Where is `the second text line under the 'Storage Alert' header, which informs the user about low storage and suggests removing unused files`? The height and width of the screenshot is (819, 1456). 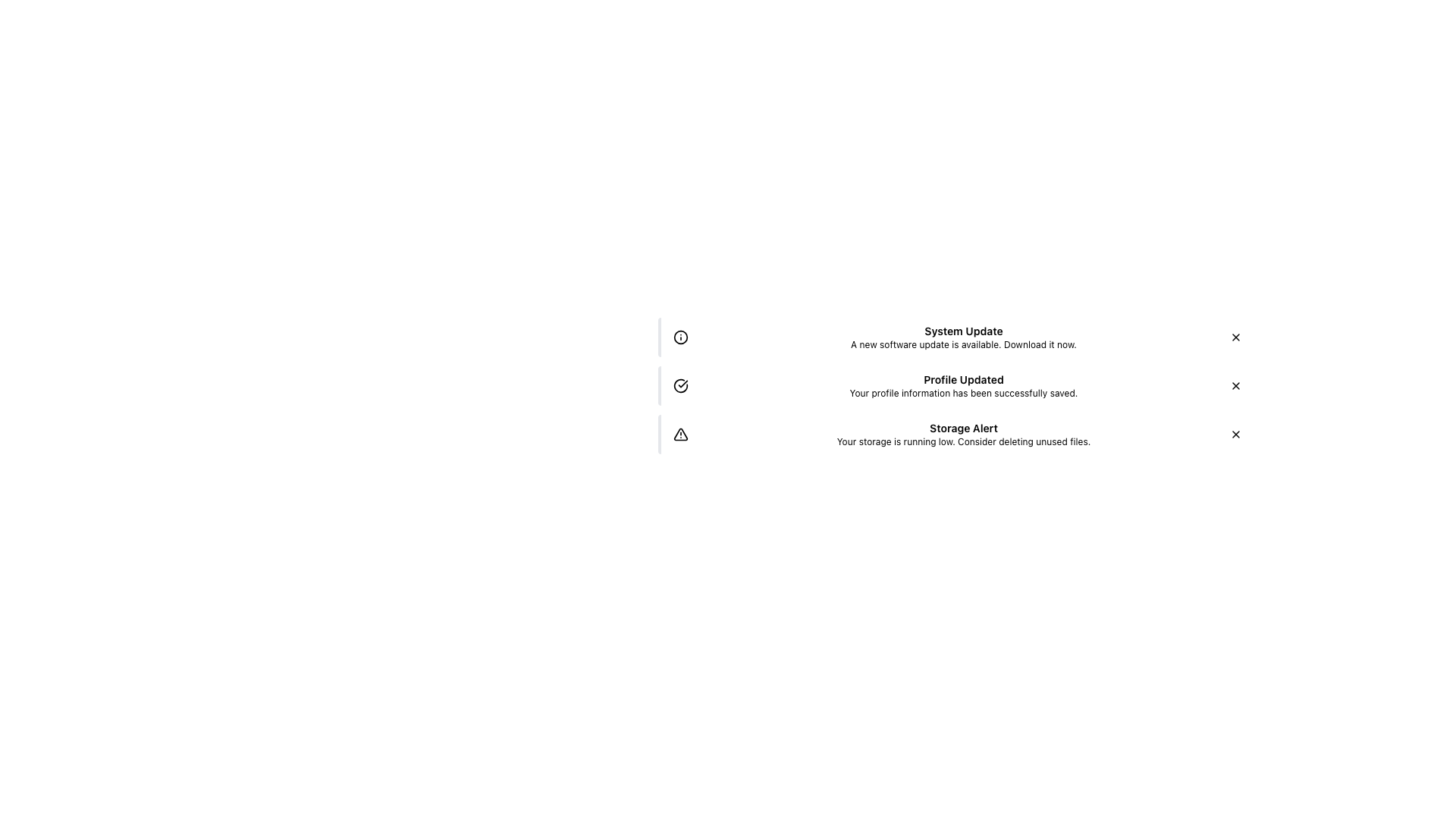 the second text line under the 'Storage Alert' header, which informs the user about low storage and suggests removing unused files is located at coordinates (963, 441).